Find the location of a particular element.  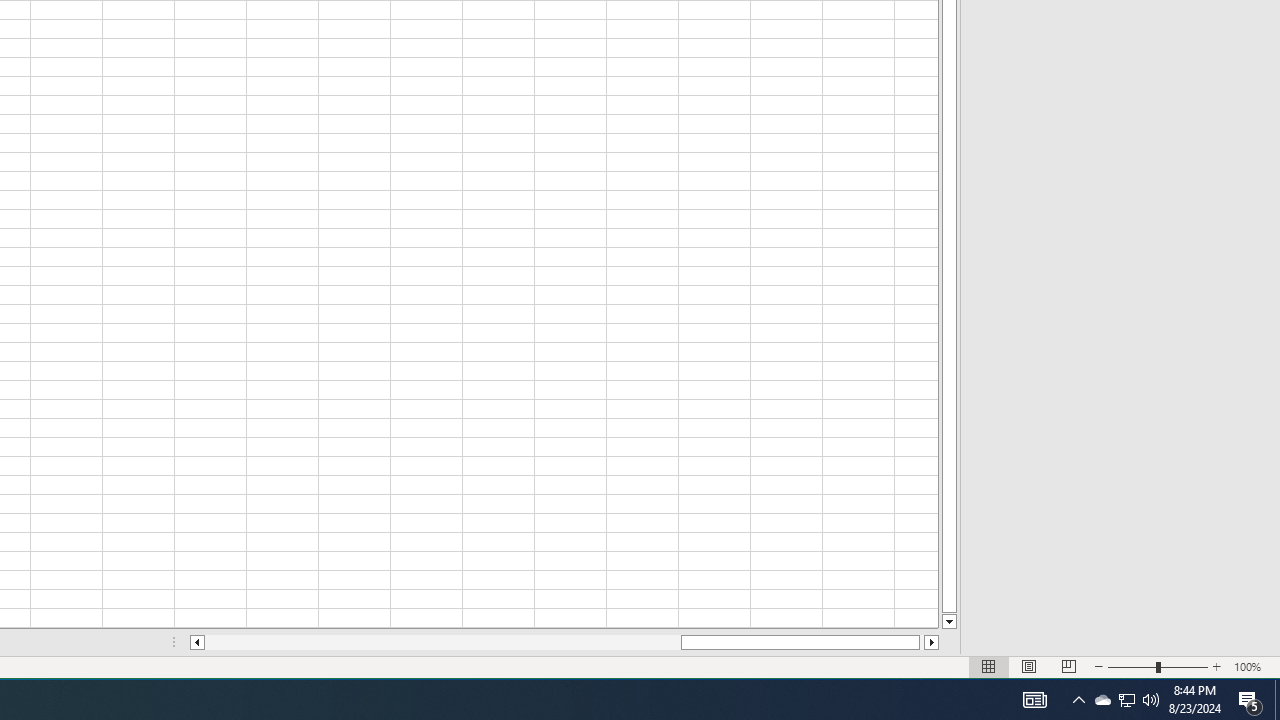

'Action Center, 5 new notifications' is located at coordinates (1250, 698).